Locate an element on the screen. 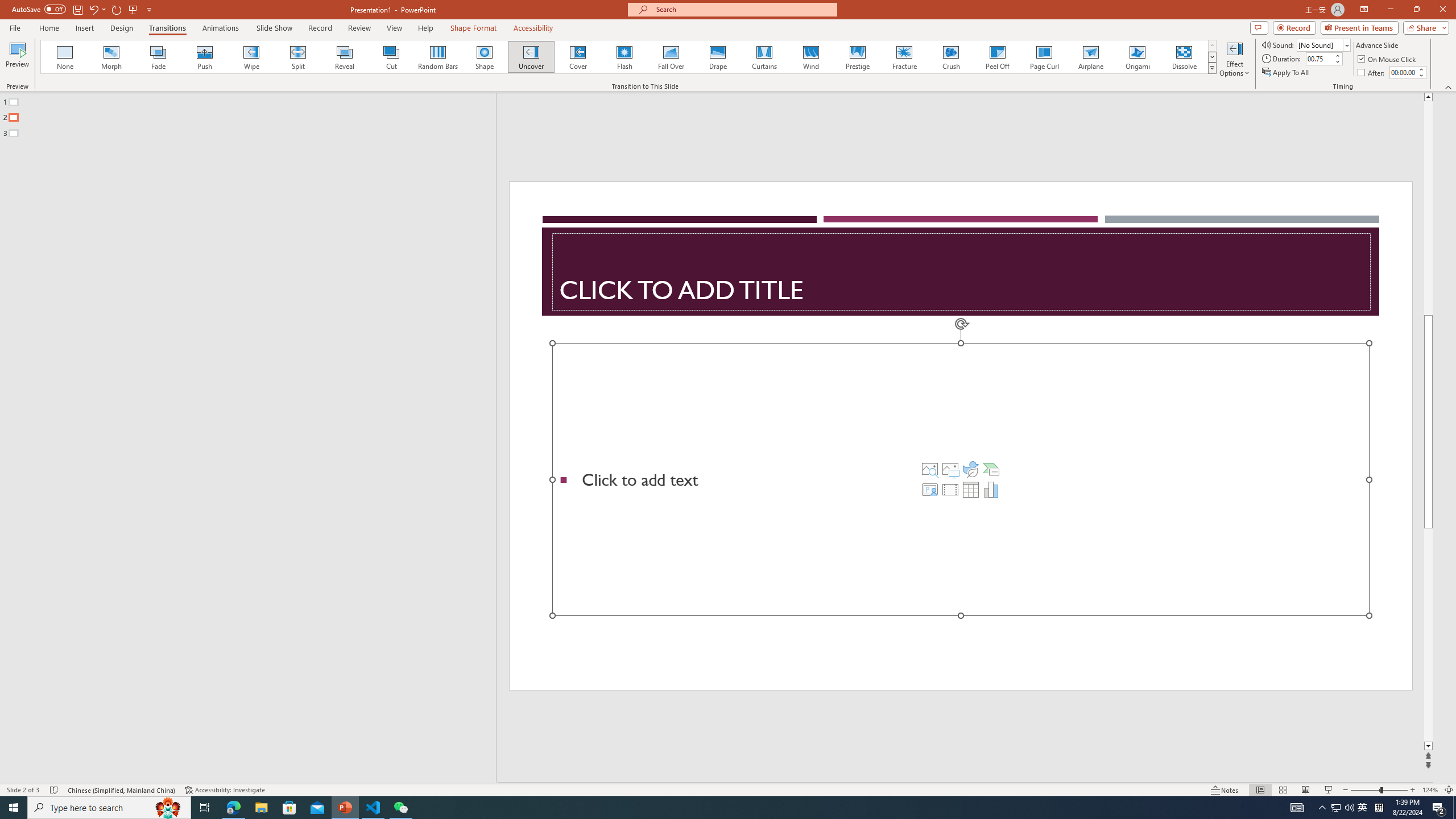 Image resolution: width=1456 pixels, height=819 pixels. 'Fade' is located at coordinates (158, 56).